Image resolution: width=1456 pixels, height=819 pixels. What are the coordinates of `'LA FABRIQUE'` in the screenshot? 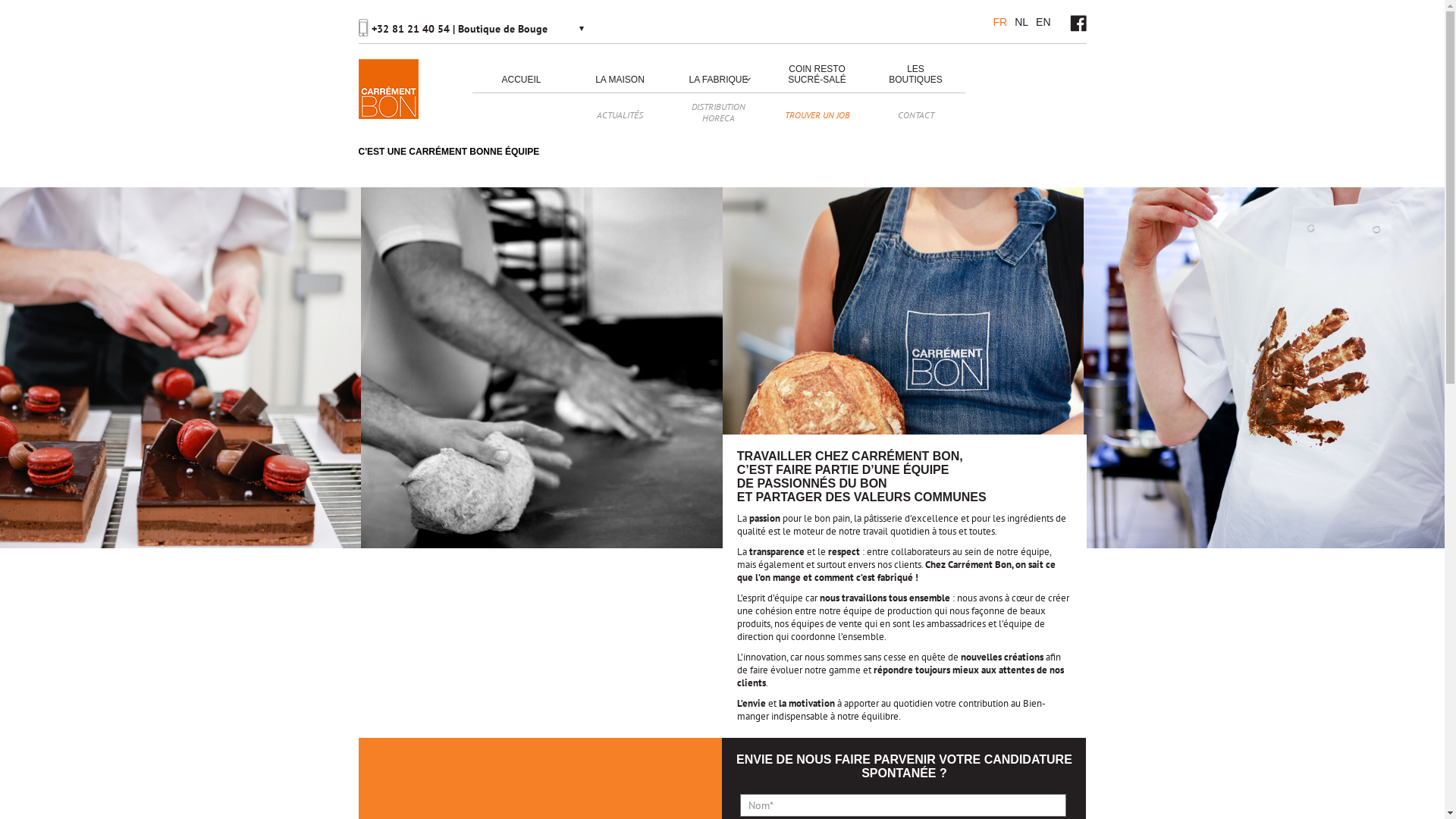 It's located at (668, 76).